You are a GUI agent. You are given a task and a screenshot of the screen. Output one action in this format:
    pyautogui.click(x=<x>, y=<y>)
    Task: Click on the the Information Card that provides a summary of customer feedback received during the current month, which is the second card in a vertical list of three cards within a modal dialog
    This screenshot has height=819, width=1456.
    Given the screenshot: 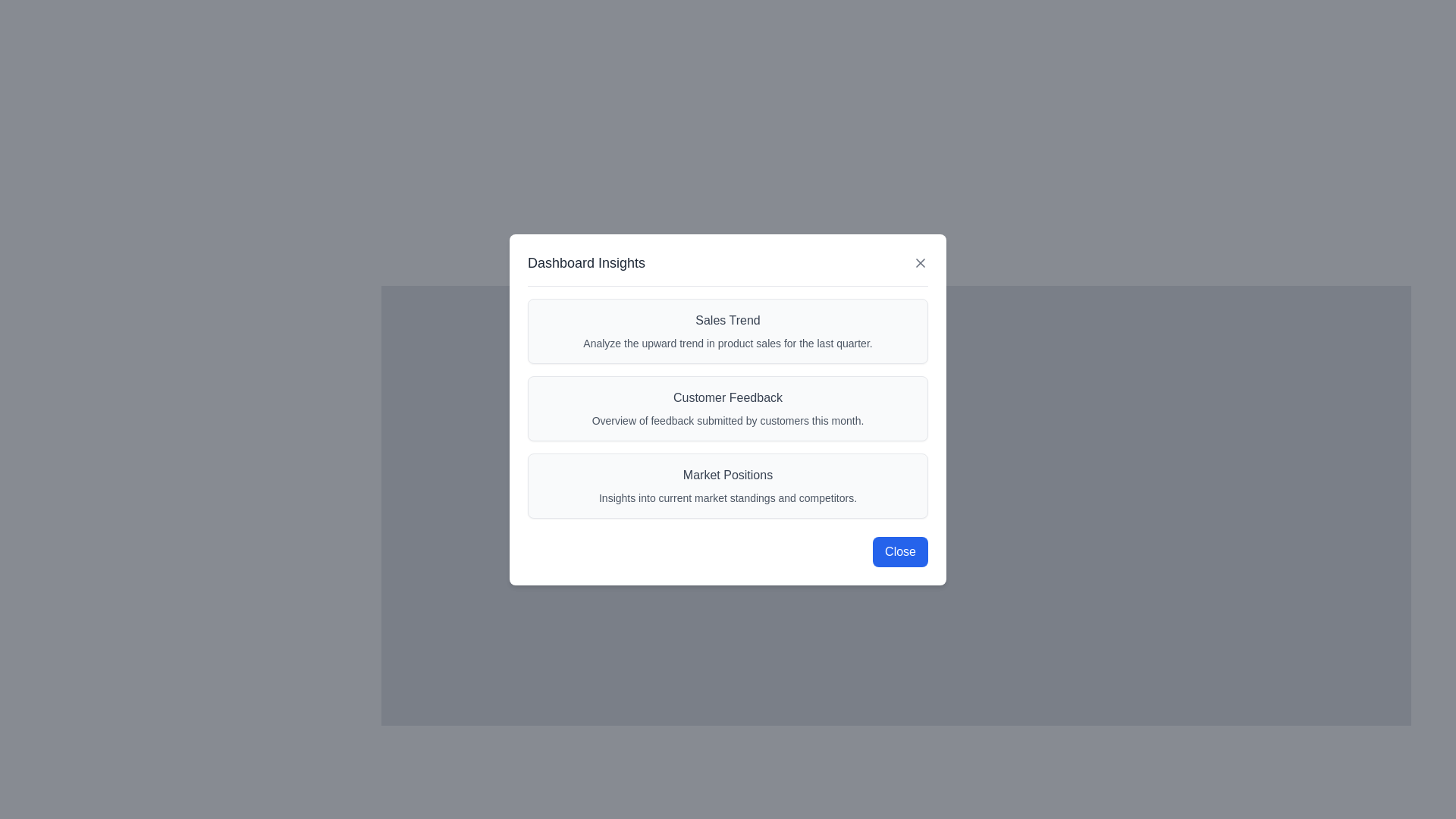 What is the action you would take?
    pyautogui.click(x=728, y=409)
    